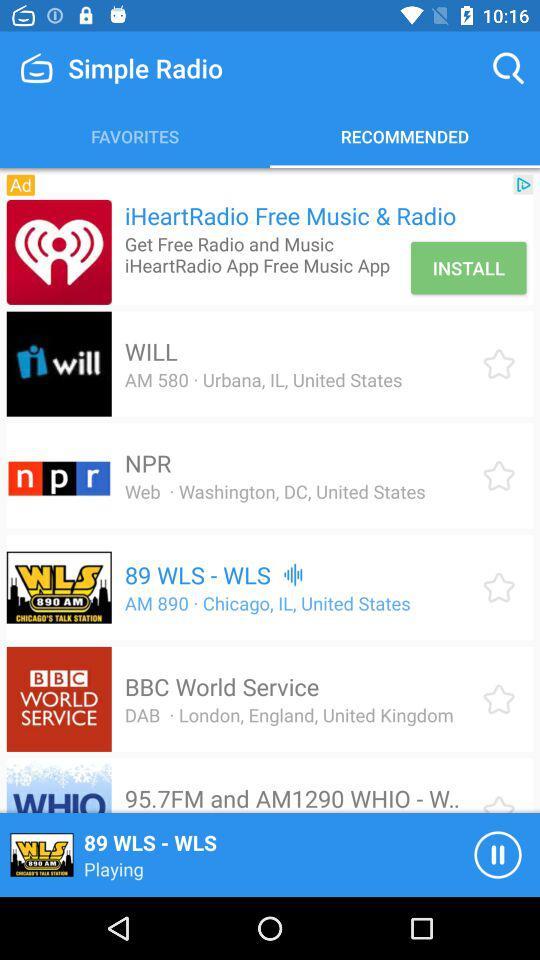 This screenshot has width=540, height=960. I want to click on an advertisements, so click(59, 251).